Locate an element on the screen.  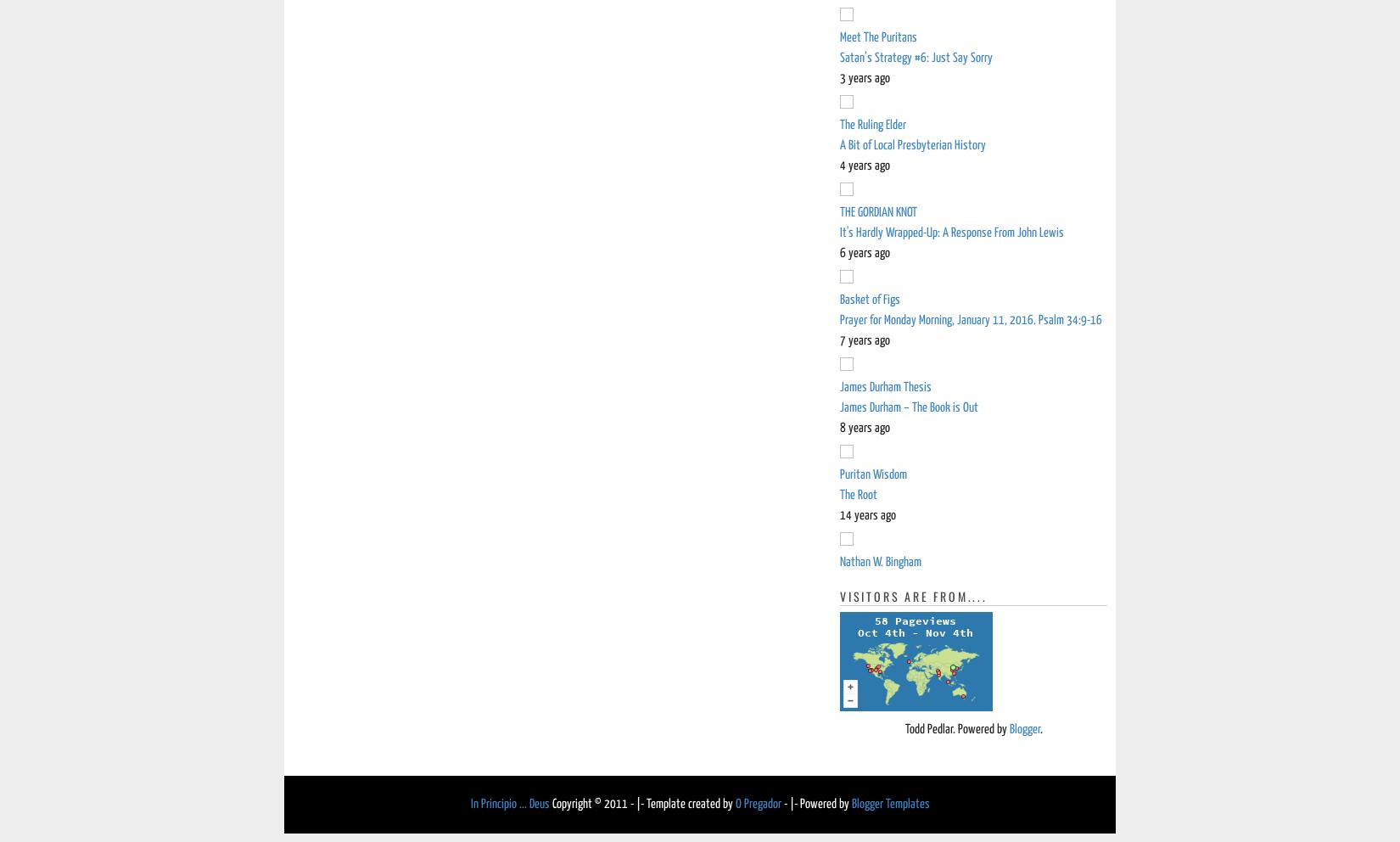
'The Ruling Elder' is located at coordinates (840, 125).